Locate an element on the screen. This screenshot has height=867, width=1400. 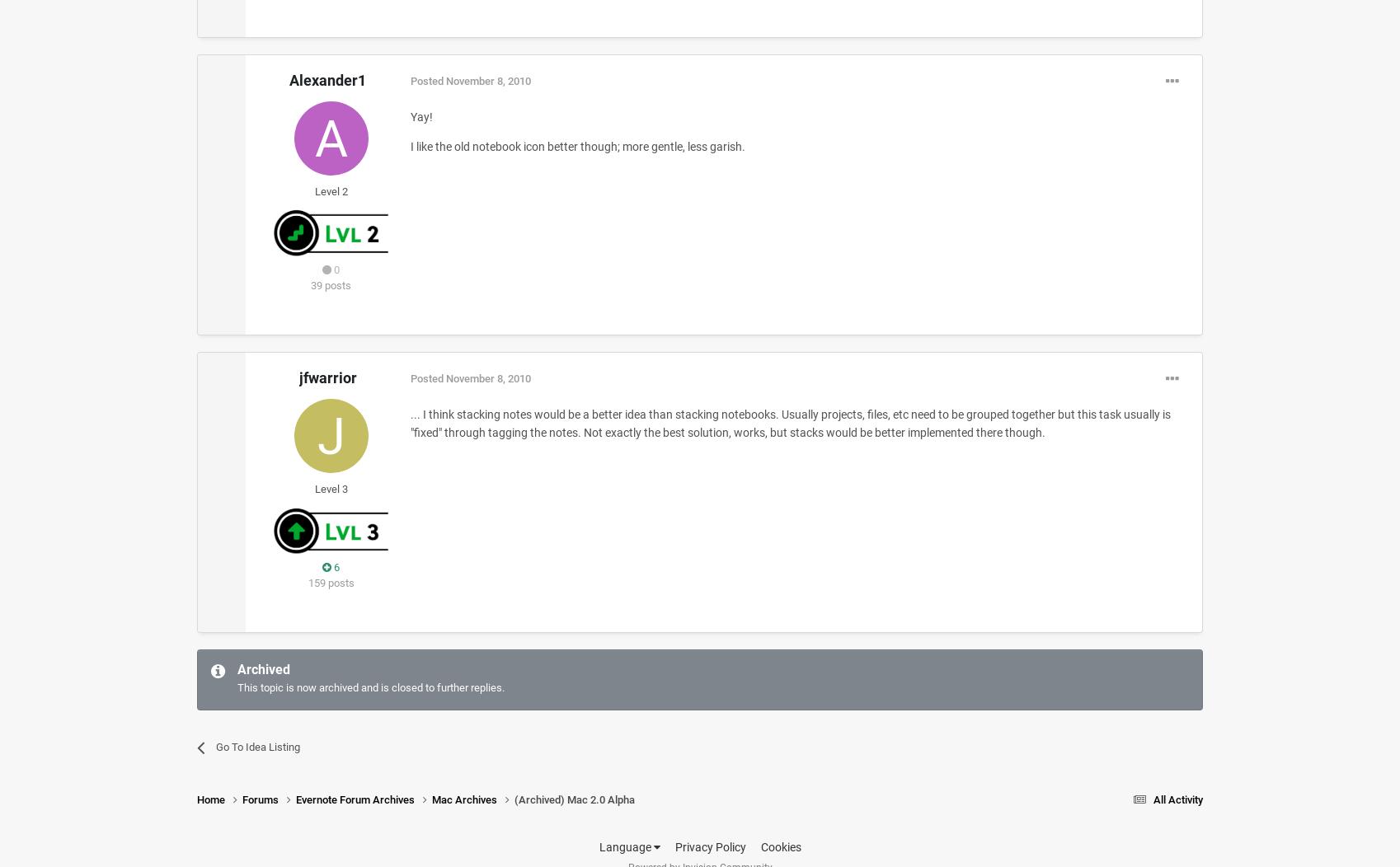
'Go To Idea Listing' is located at coordinates (256, 746).